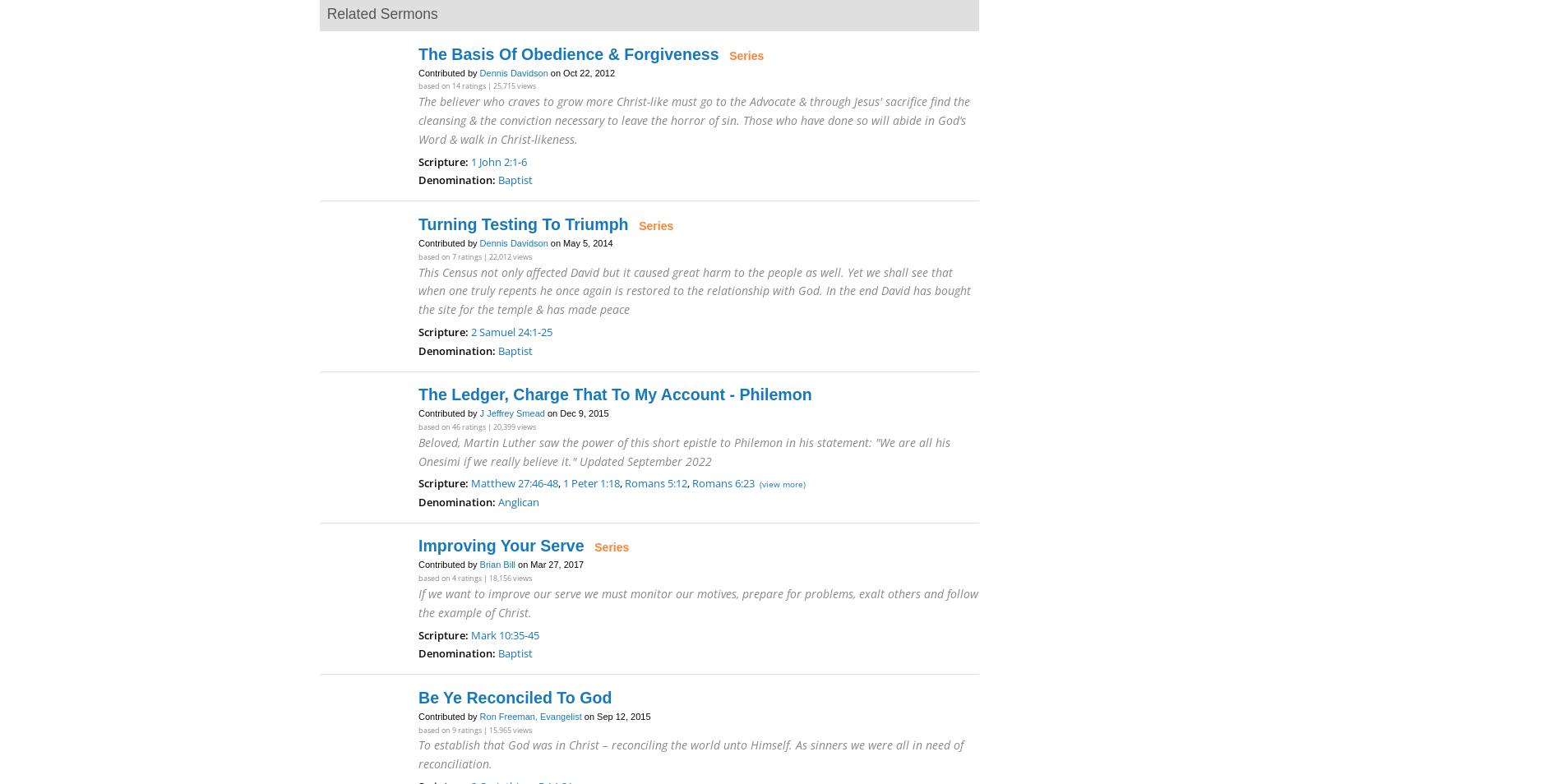  What do you see at coordinates (511, 85) in the screenshot?
I see `'| 25,715 views'` at bounding box center [511, 85].